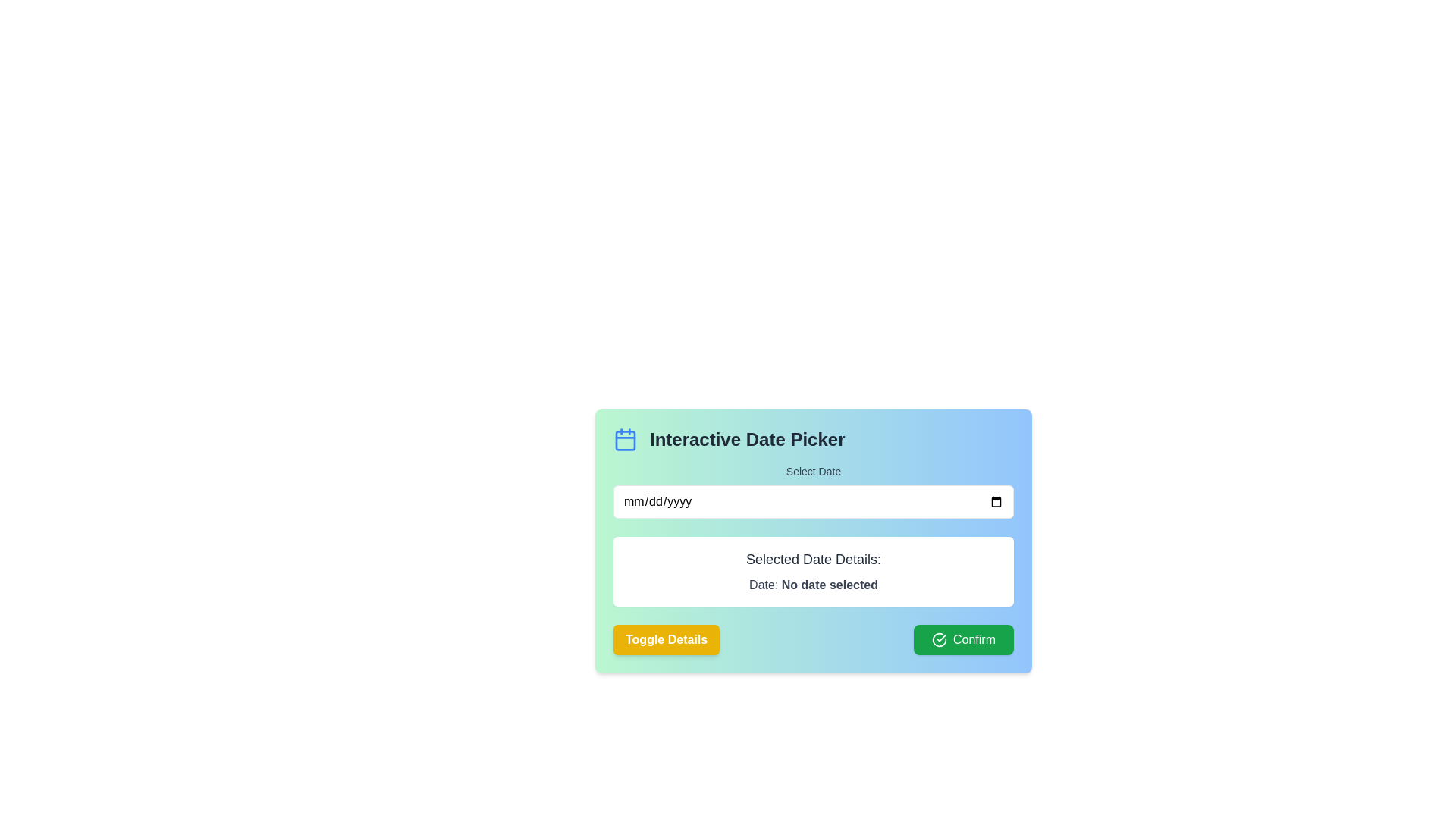  What do you see at coordinates (626, 439) in the screenshot?
I see `the calendar icon located on the left side of the 'Interactive Date Picker' section, which symbolizes the date-picker functionality` at bounding box center [626, 439].